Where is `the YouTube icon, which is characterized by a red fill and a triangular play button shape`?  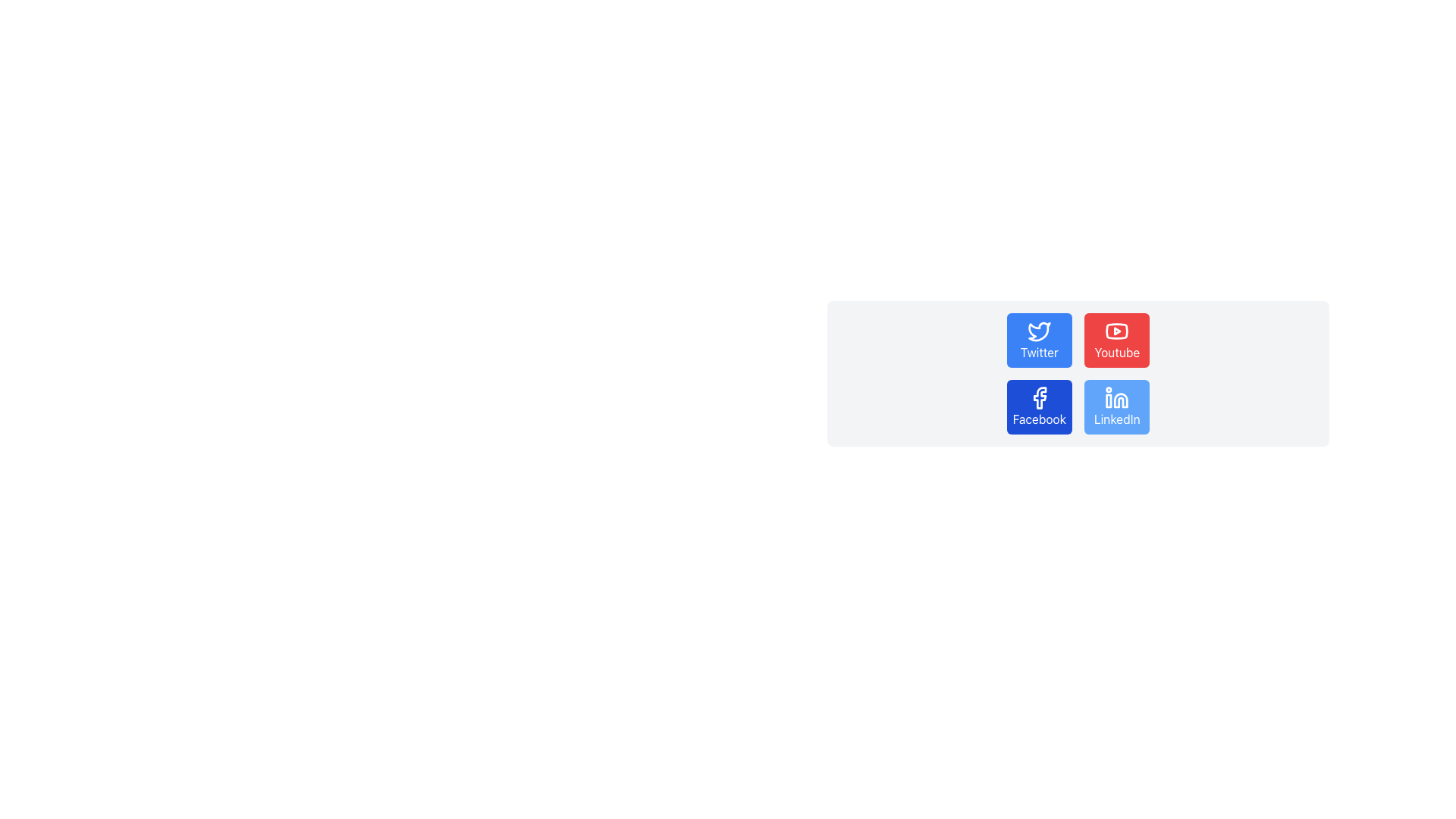
the YouTube icon, which is characterized by a red fill and a triangular play button shape is located at coordinates (1117, 330).